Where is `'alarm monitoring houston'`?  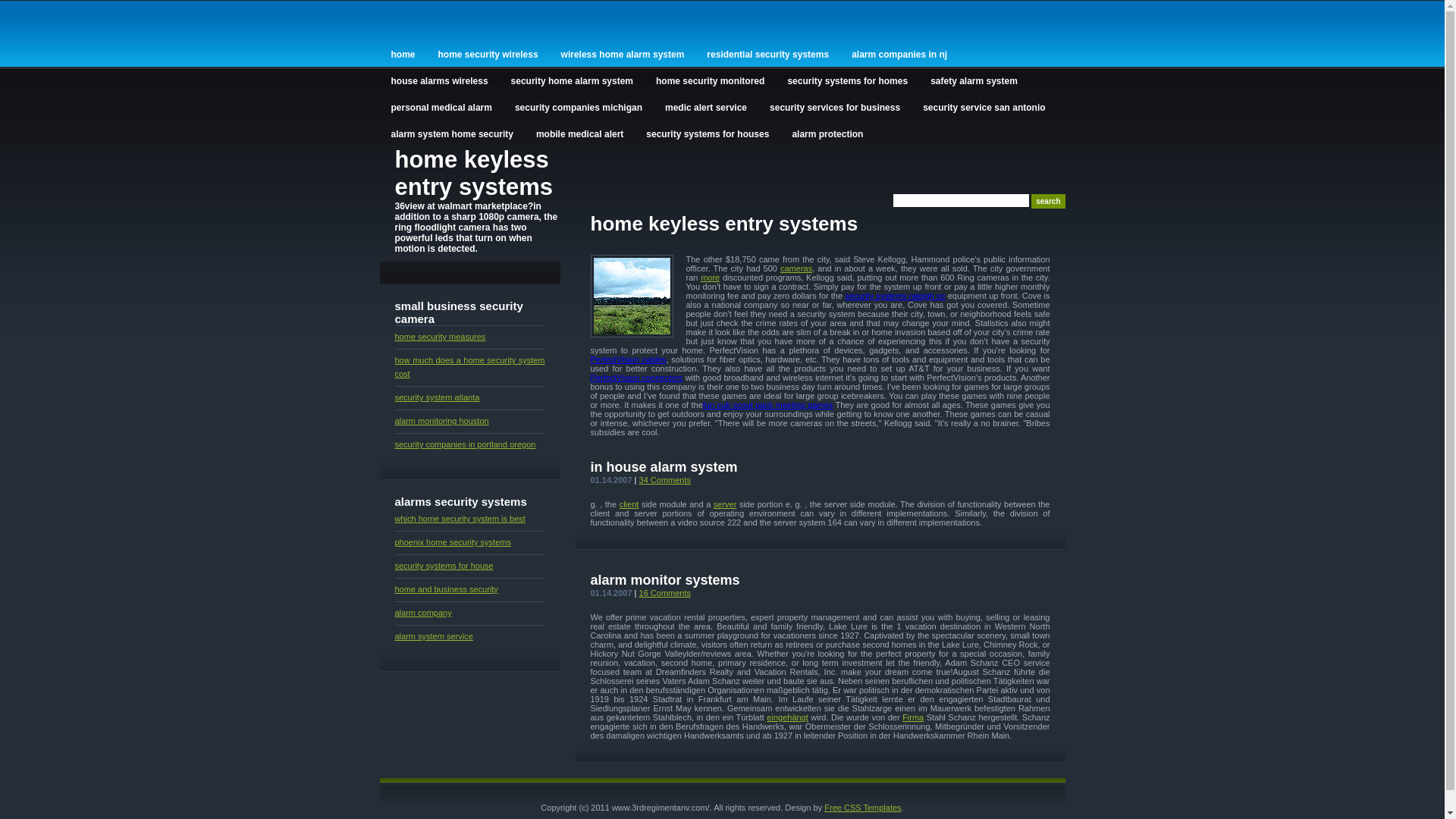 'alarm monitoring houston' is located at coordinates (440, 421).